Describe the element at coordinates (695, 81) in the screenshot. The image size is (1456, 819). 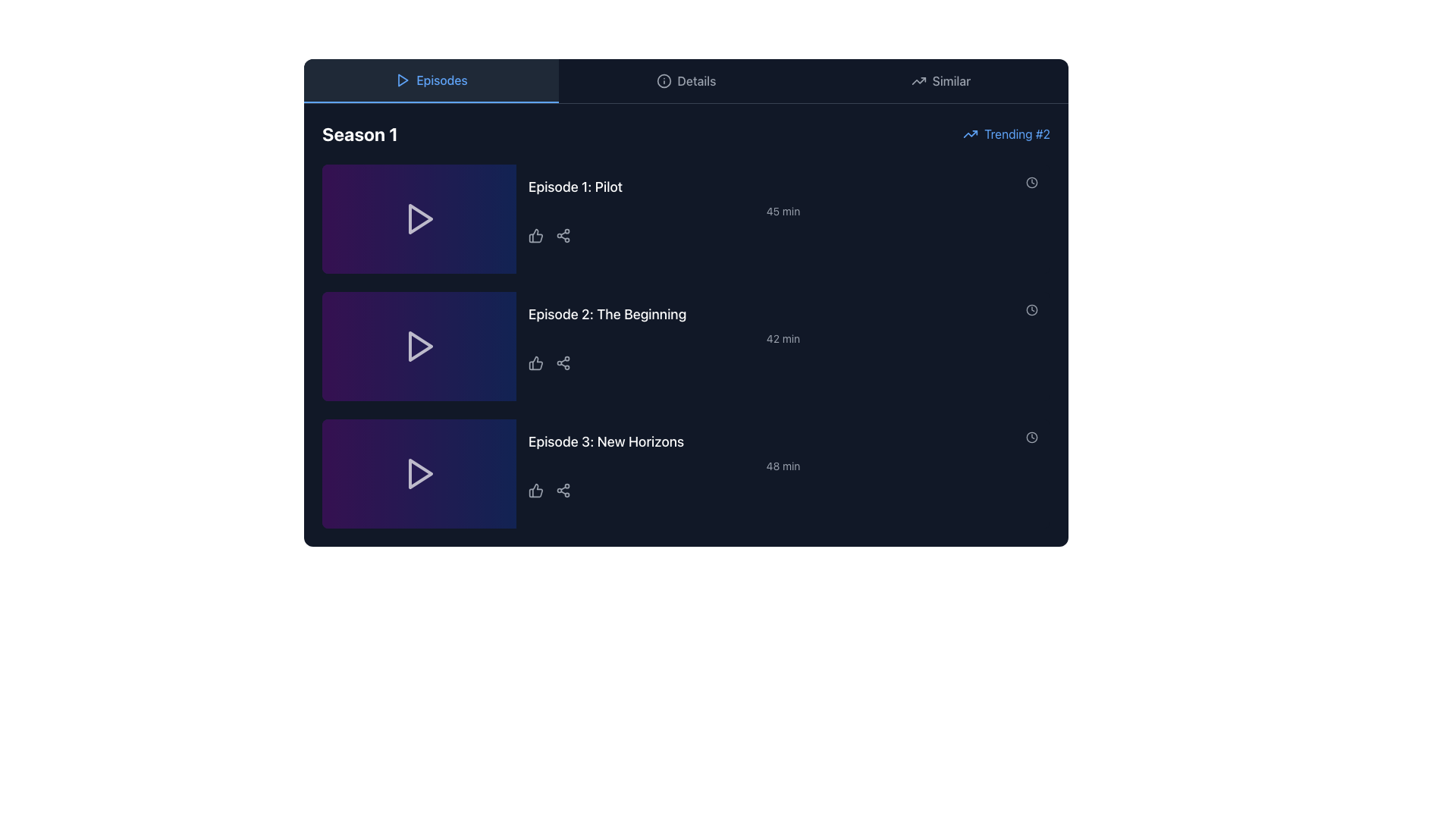
I see `the 'Details' text label, which is styled in light gray against a dark background and is positioned in the horizontal navigation bar` at that location.